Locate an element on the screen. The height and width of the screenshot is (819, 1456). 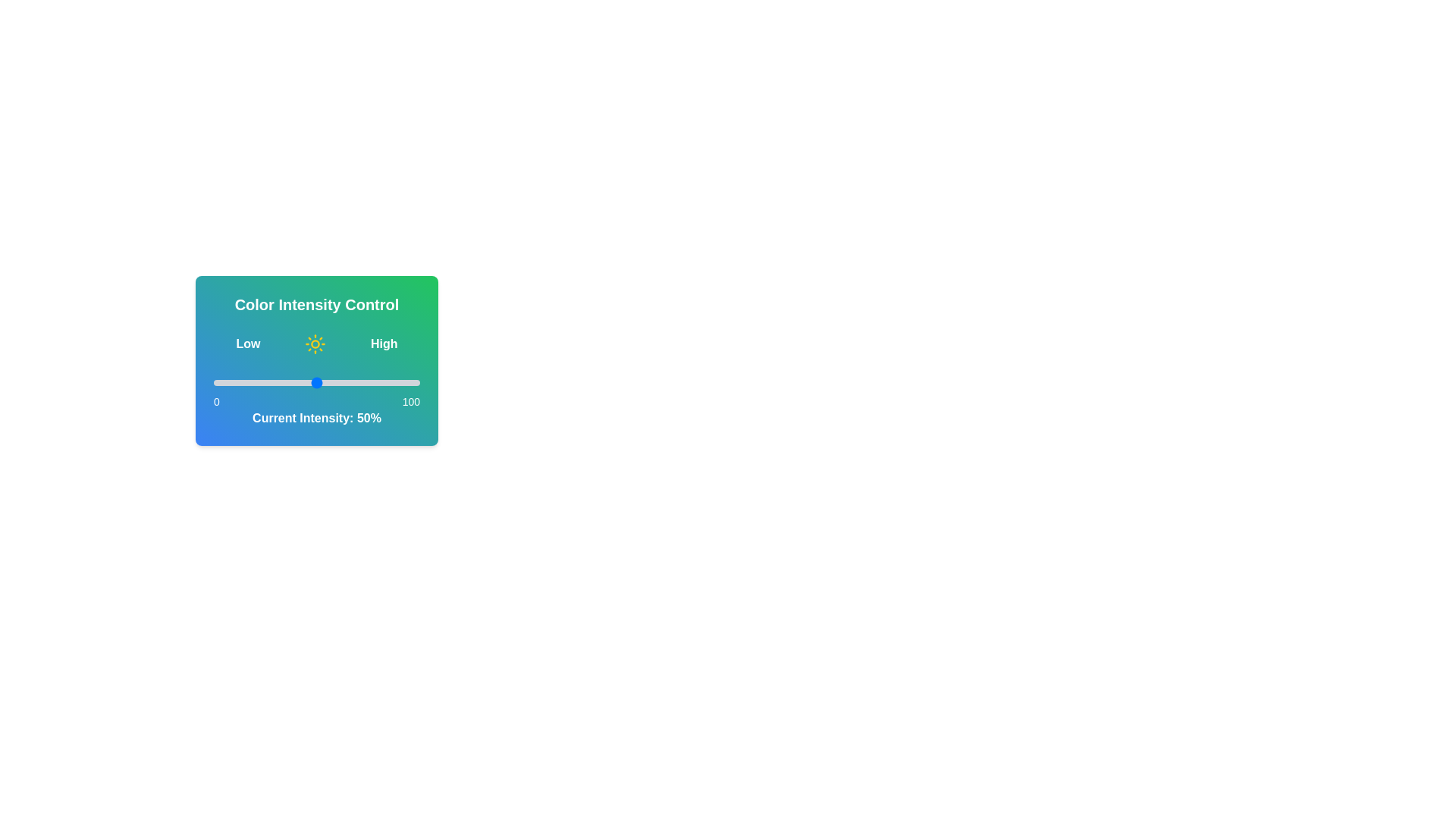
the slider value is located at coordinates (338, 382).